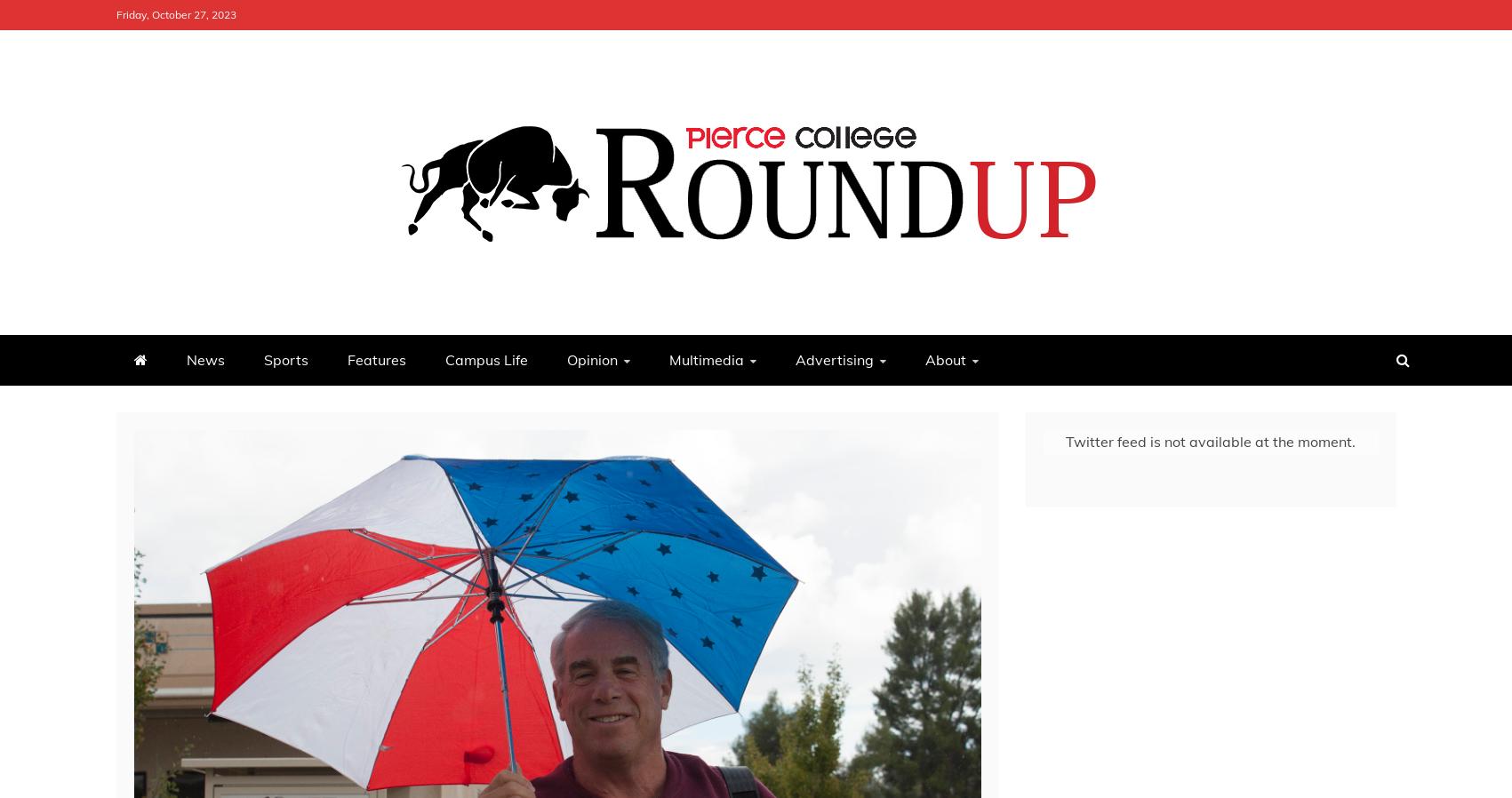  Describe the element at coordinates (237, 315) in the screenshot. I see `'The Roundup'` at that location.